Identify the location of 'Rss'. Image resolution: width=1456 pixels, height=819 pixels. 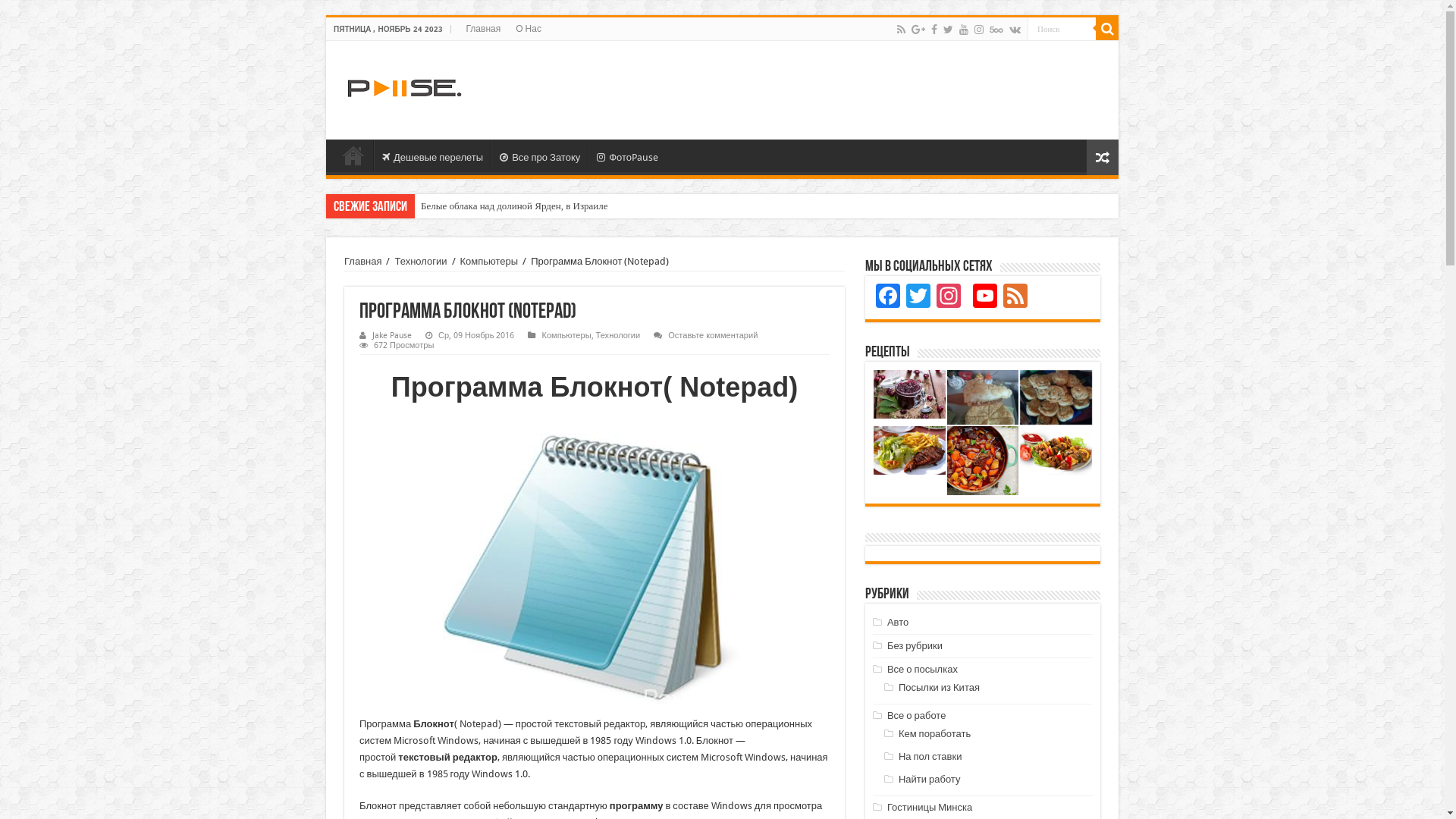
(901, 29).